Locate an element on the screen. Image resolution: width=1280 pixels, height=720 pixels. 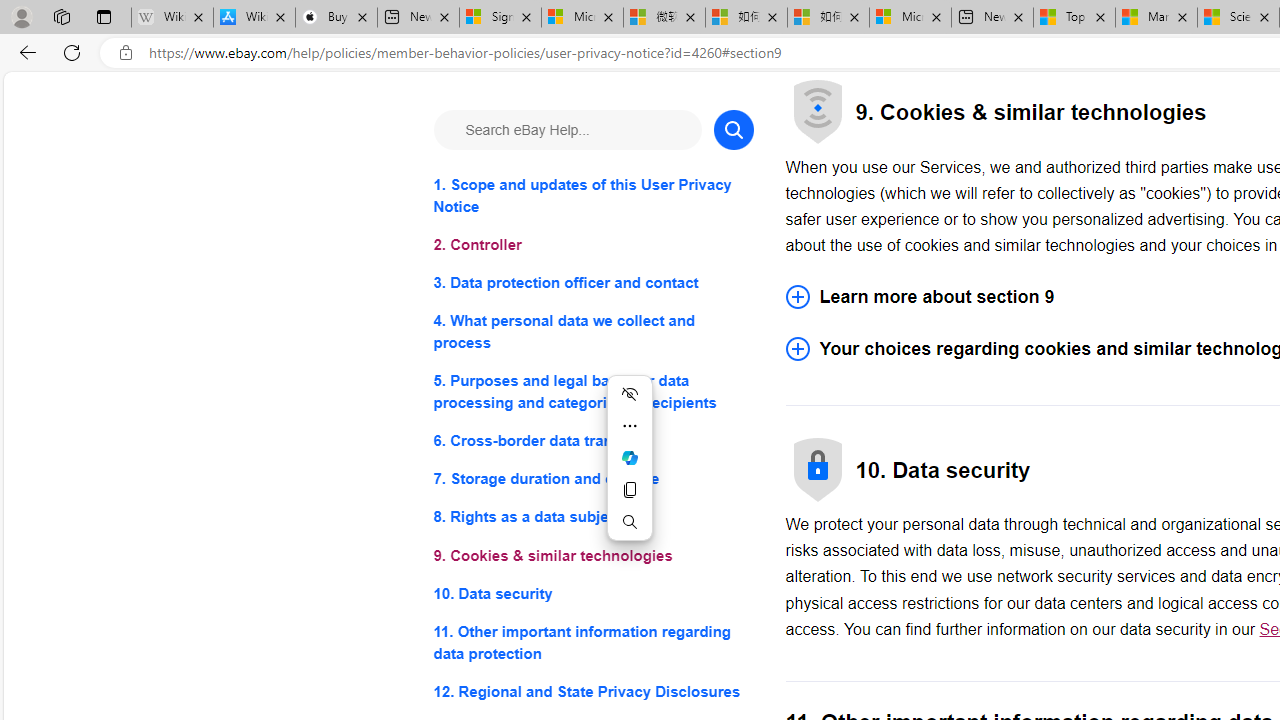
'Copy' is located at coordinates (628, 489).